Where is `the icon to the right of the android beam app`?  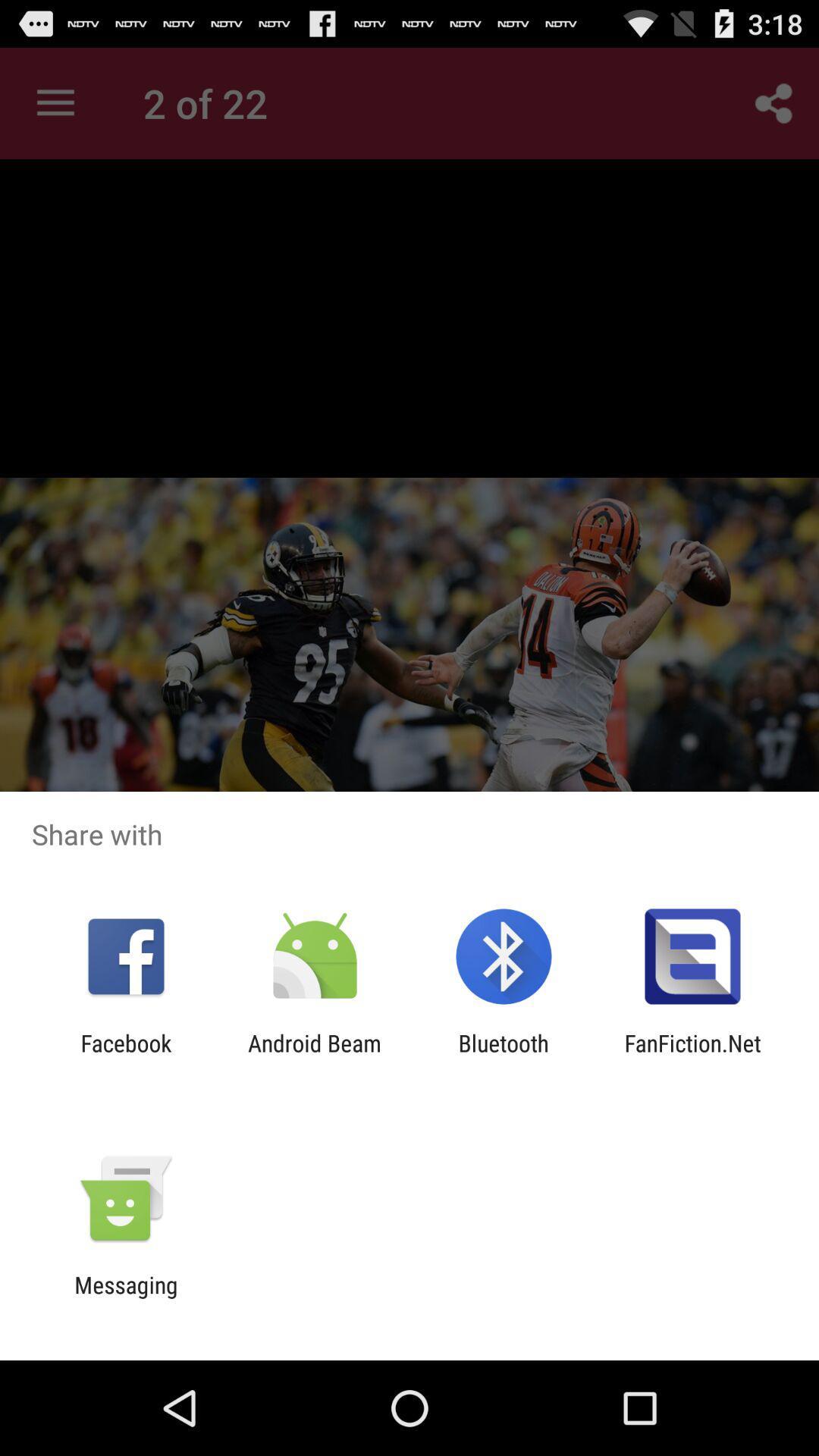 the icon to the right of the android beam app is located at coordinates (504, 1056).